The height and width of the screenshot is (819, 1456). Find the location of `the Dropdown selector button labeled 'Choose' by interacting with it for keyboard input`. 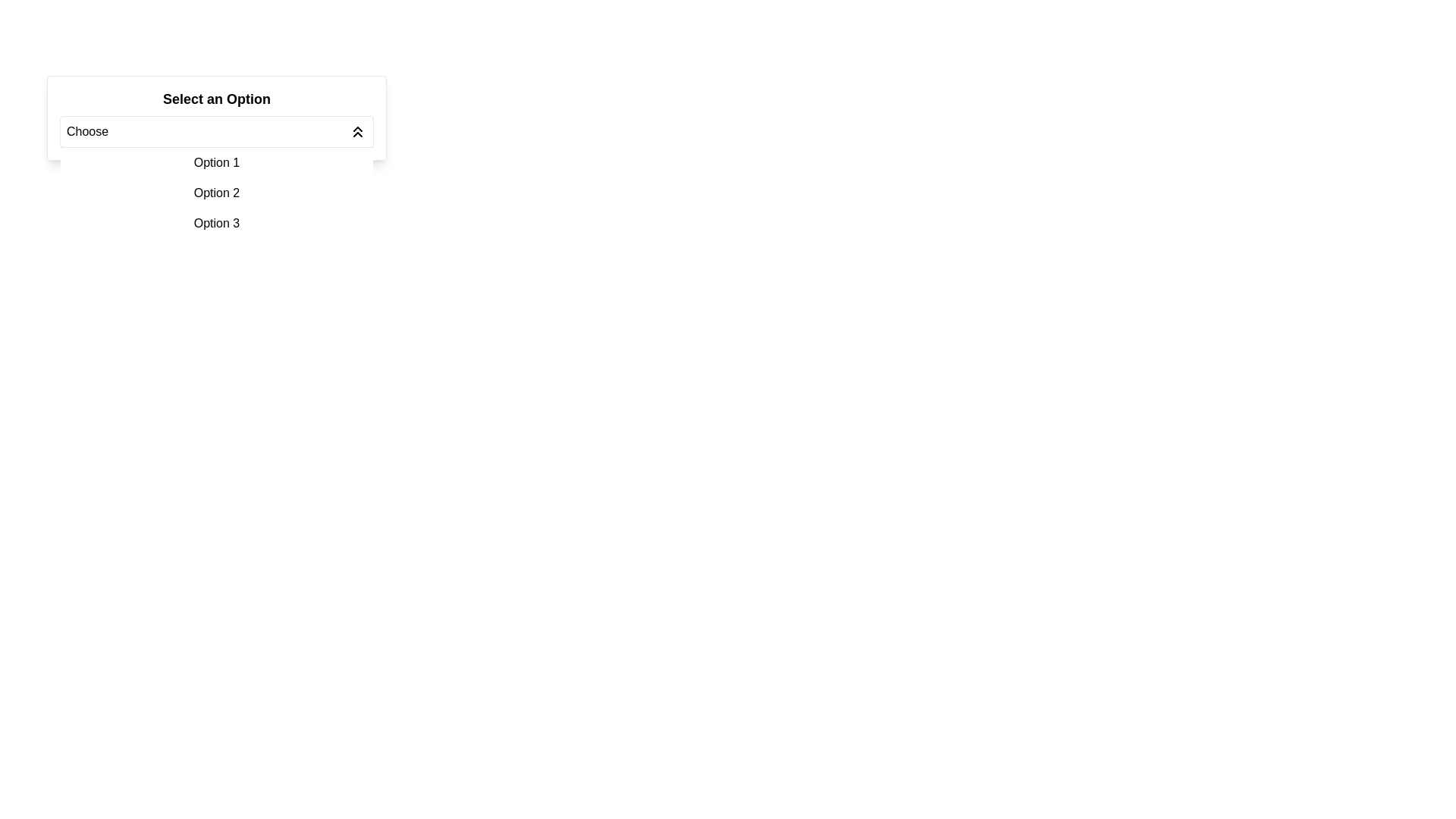

the Dropdown selector button labeled 'Choose' by interacting with it for keyboard input is located at coordinates (216, 130).